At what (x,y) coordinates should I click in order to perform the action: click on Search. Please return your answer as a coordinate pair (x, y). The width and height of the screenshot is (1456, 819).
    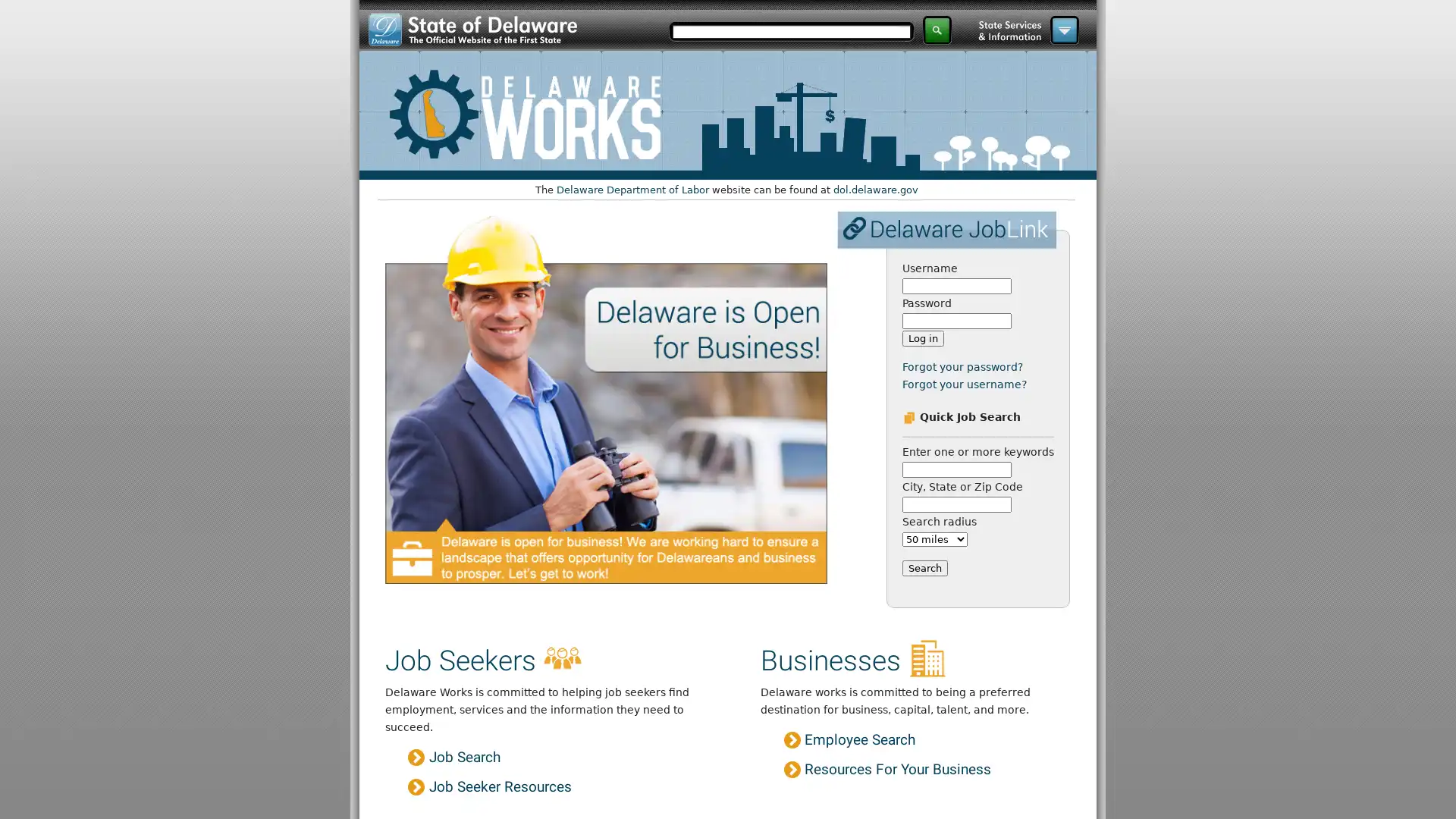
    Looking at the image, I should click on (924, 567).